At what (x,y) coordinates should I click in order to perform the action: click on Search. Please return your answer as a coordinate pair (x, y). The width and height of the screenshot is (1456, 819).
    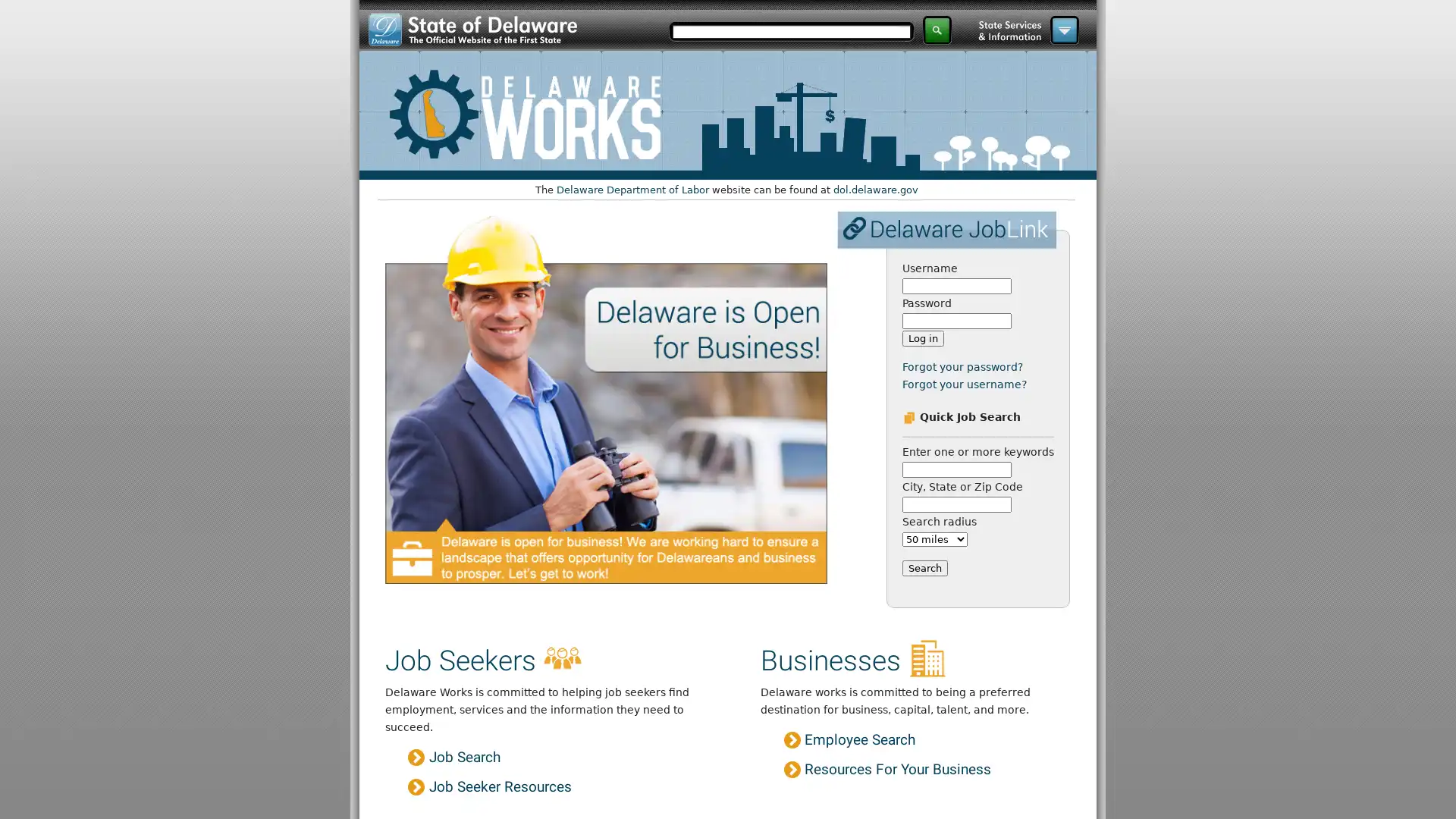
    Looking at the image, I should click on (924, 567).